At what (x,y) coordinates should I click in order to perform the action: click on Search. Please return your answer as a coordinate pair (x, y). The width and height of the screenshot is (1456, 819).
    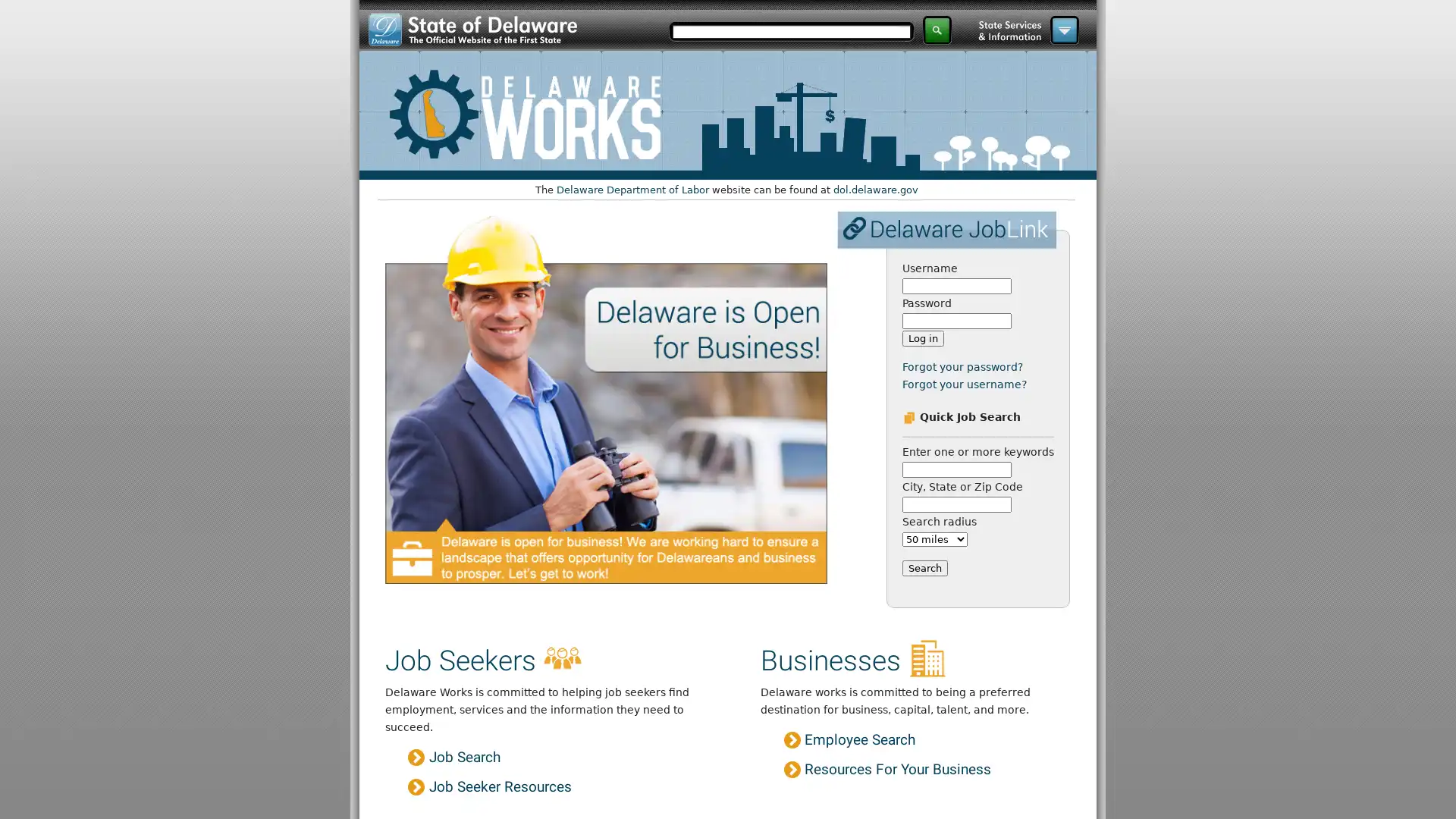
    Looking at the image, I should click on (924, 567).